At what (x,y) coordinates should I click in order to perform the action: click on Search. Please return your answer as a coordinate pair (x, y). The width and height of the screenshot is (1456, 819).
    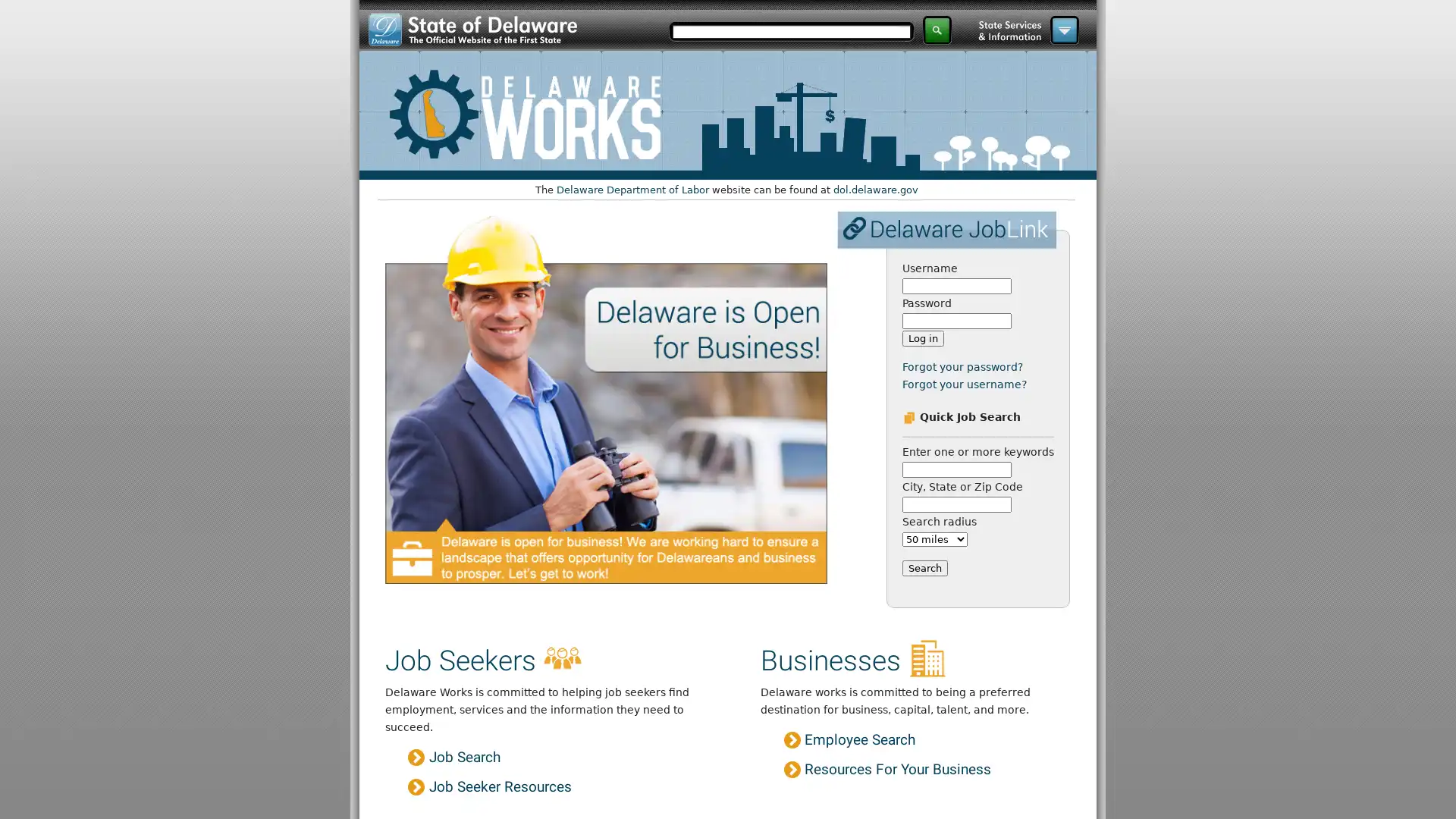
    Looking at the image, I should click on (924, 567).